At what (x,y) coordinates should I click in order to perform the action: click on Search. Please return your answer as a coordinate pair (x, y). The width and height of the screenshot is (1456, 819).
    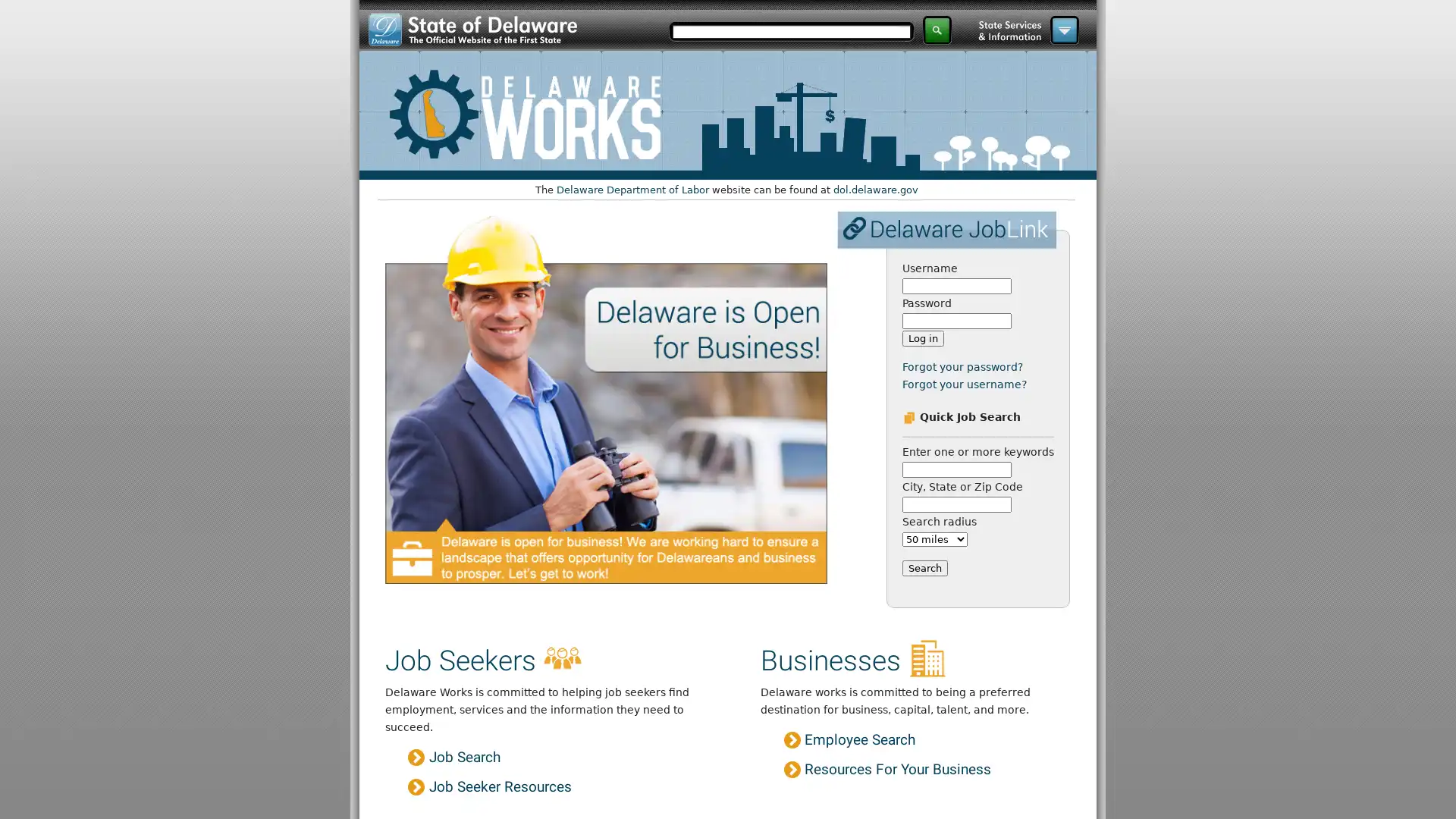
    Looking at the image, I should click on (924, 567).